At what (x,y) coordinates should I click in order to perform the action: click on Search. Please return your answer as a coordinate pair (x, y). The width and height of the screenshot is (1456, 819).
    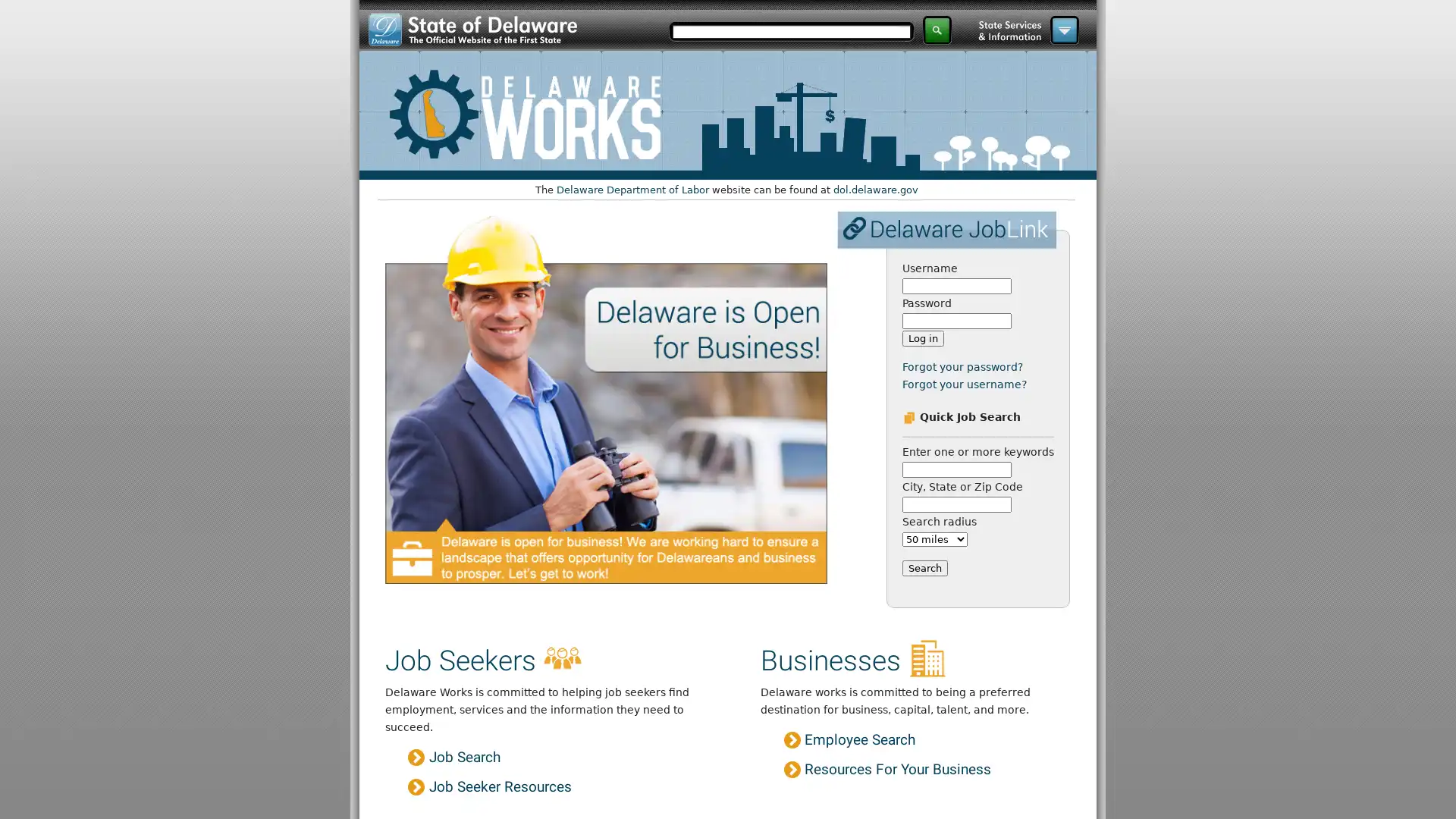
    Looking at the image, I should click on (924, 567).